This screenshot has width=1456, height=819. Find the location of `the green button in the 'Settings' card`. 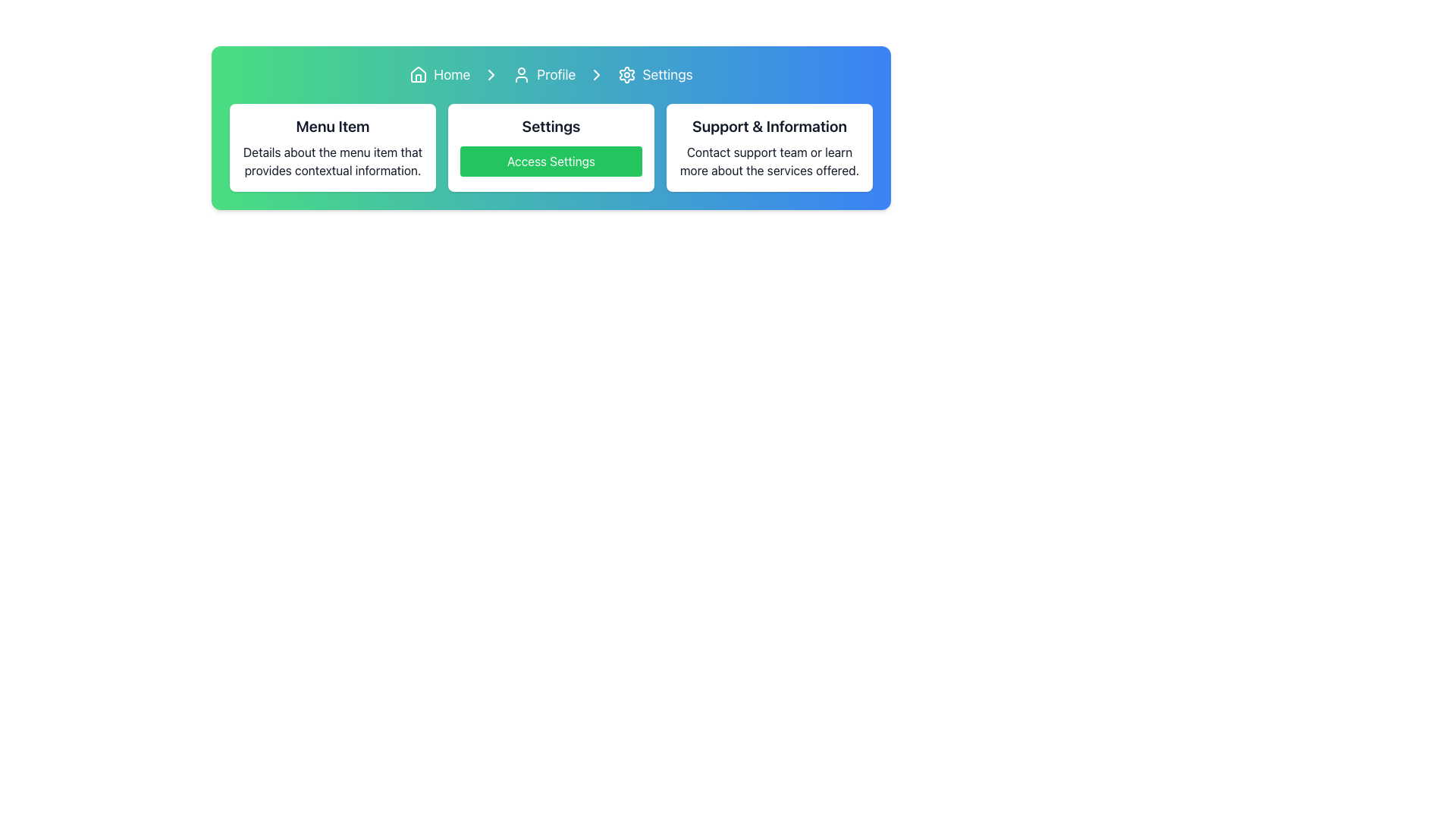

the green button in the 'Settings' card is located at coordinates (550, 148).